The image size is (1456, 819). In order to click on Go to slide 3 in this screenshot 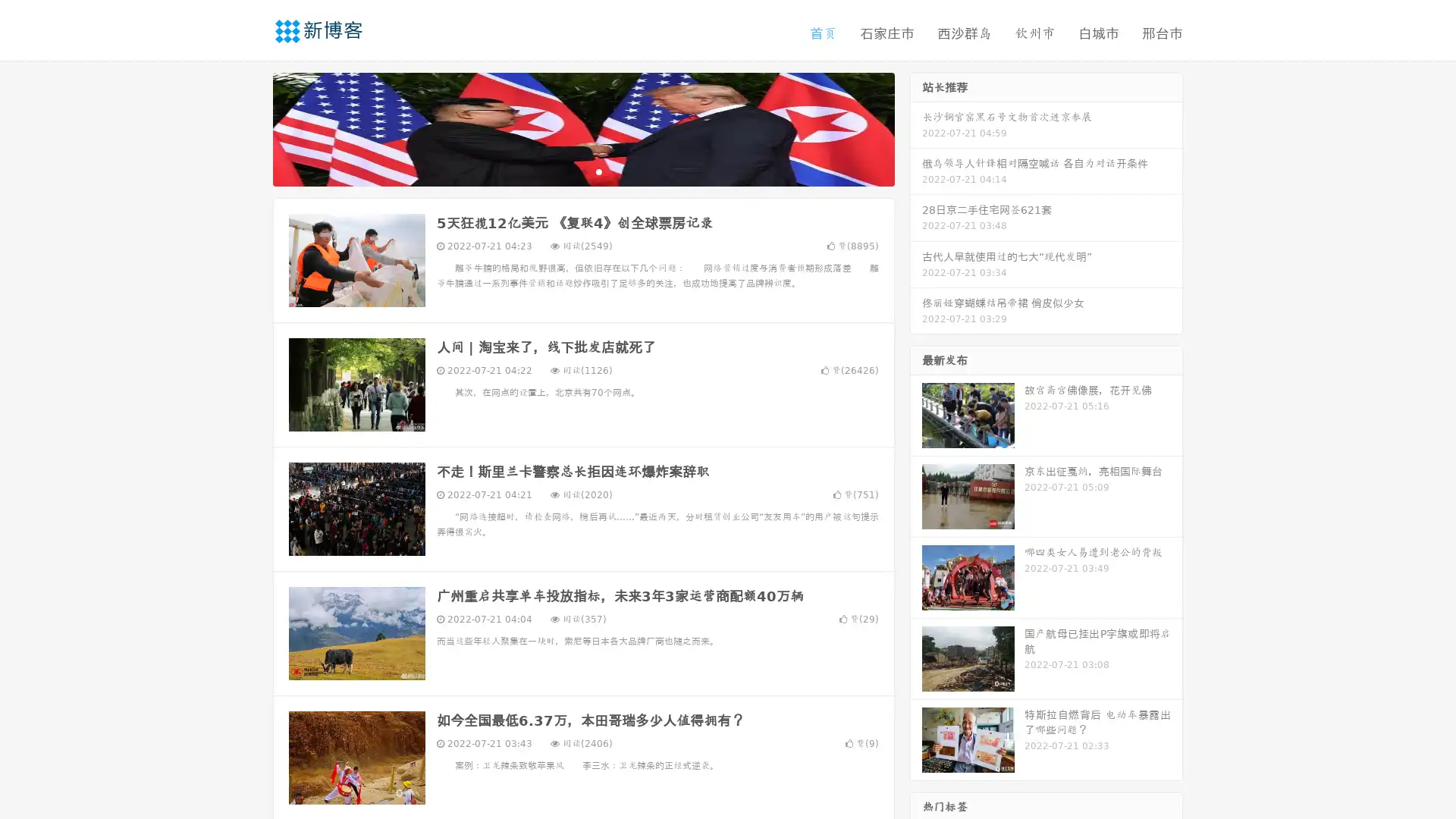, I will do `click(598, 171)`.